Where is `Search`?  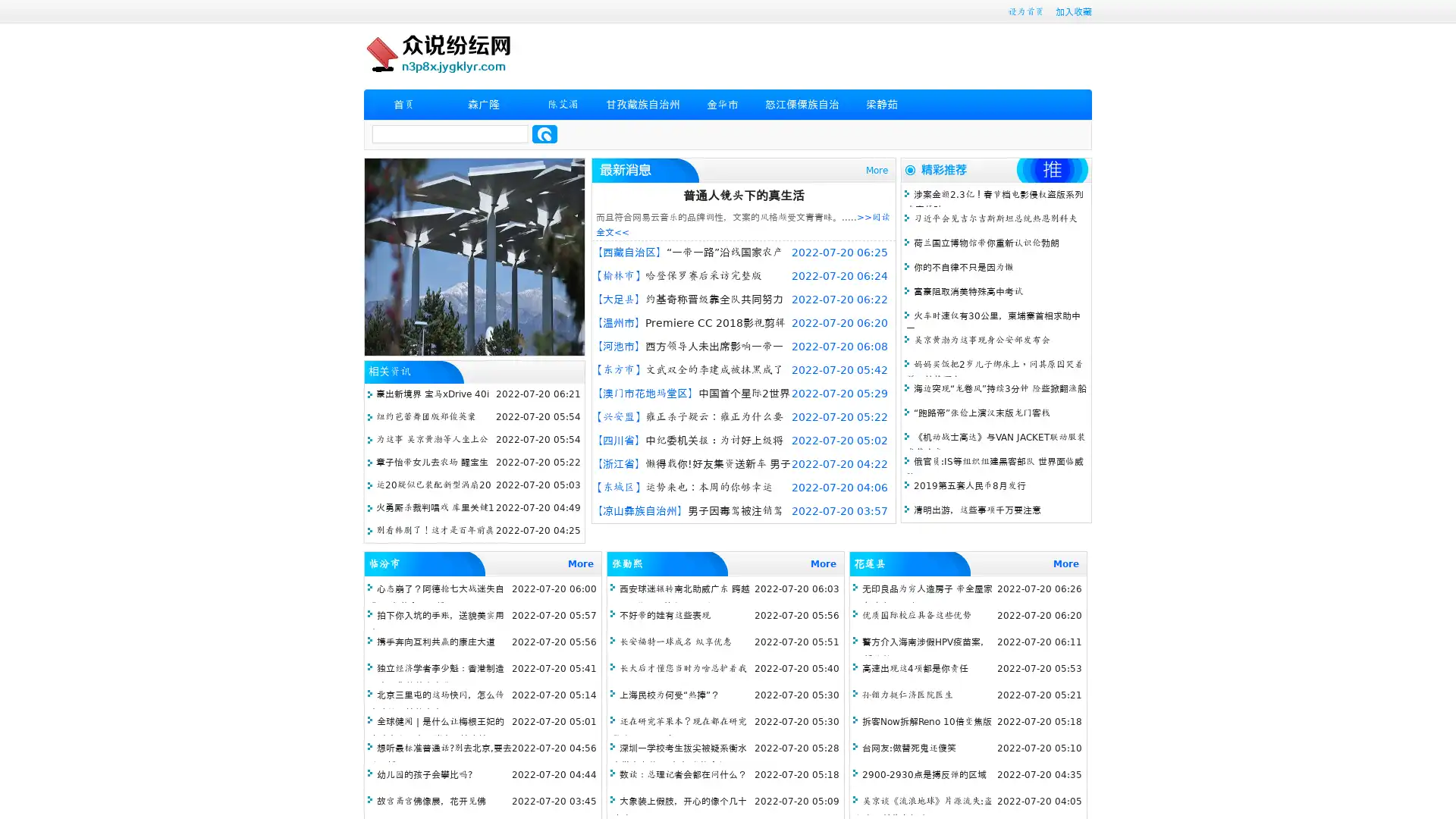 Search is located at coordinates (544, 133).